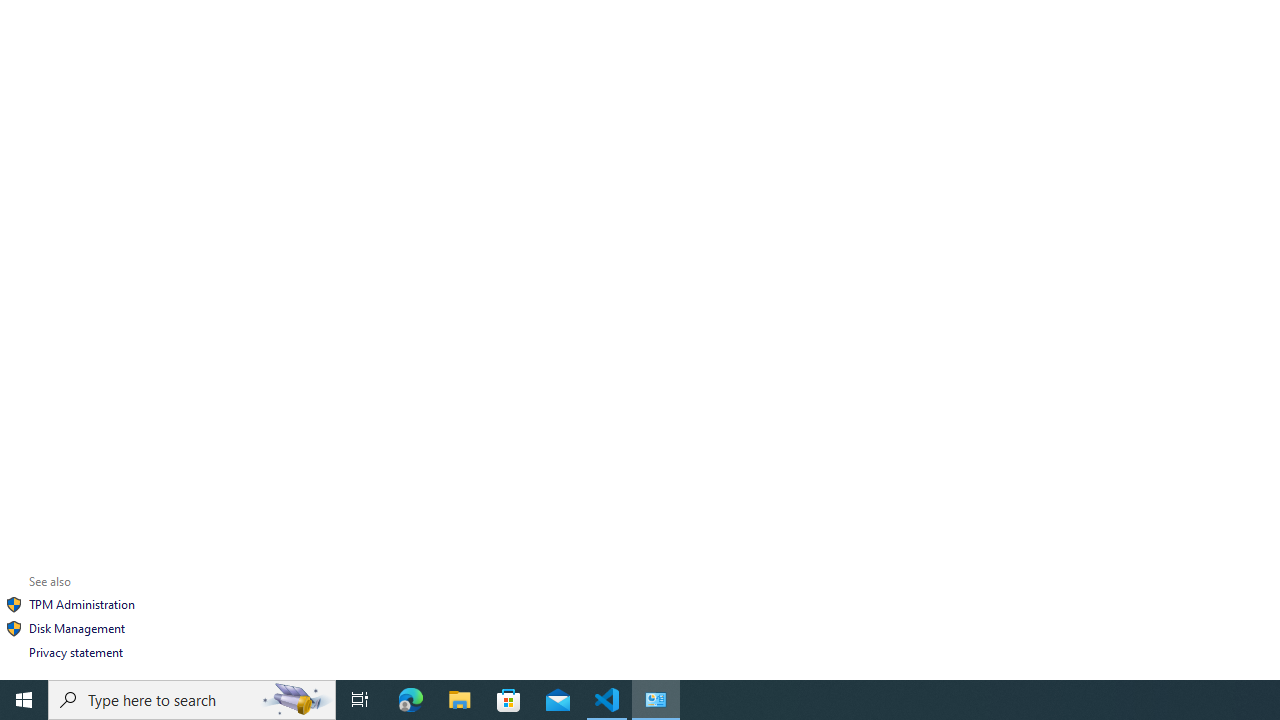  I want to click on 'Microsoft Store', so click(509, 698).